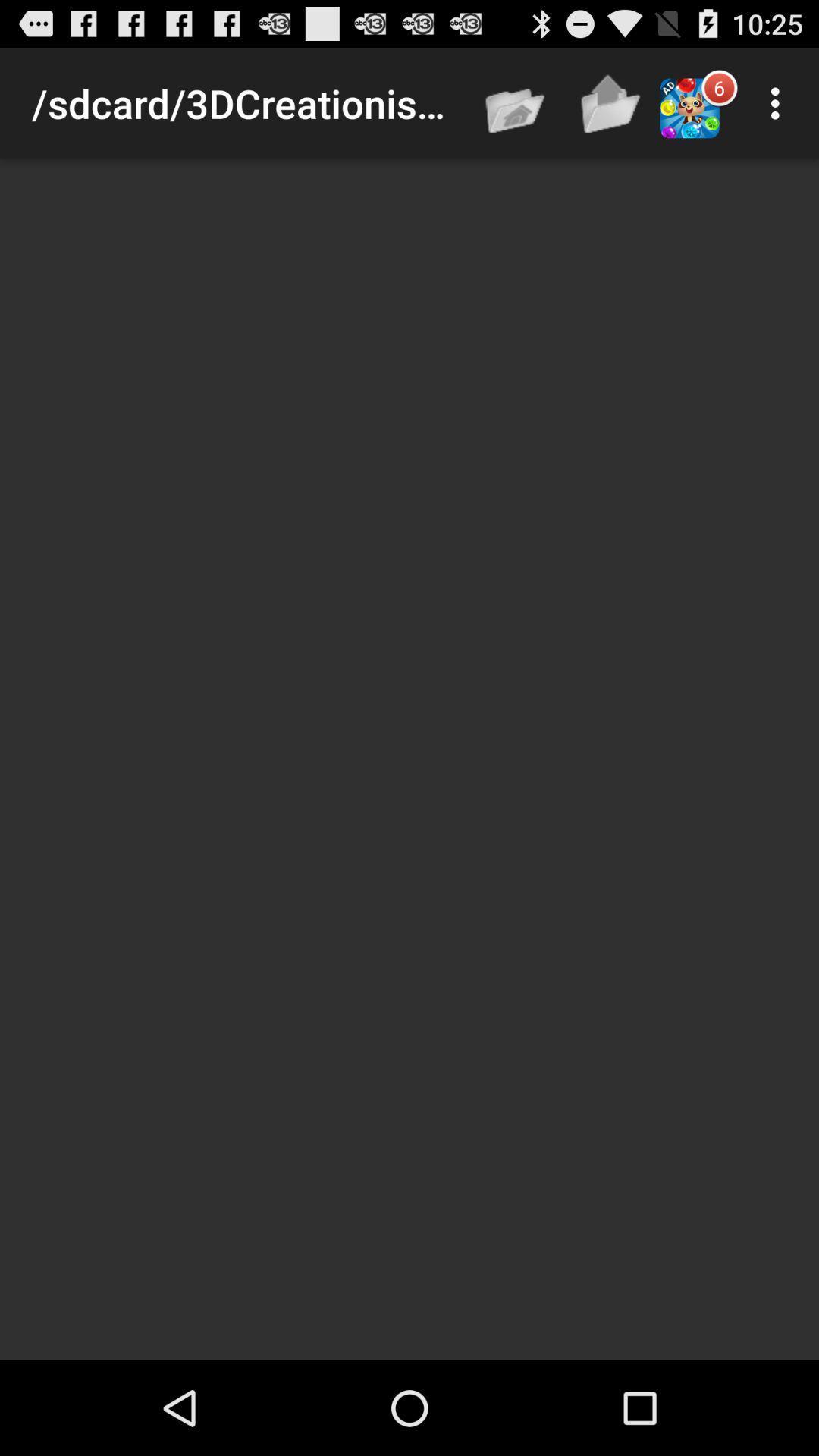 Image resolution: width=819 pixels, height=1456 pixels. I want to click on icon to the right of the 6 icon, so click(779, 102).